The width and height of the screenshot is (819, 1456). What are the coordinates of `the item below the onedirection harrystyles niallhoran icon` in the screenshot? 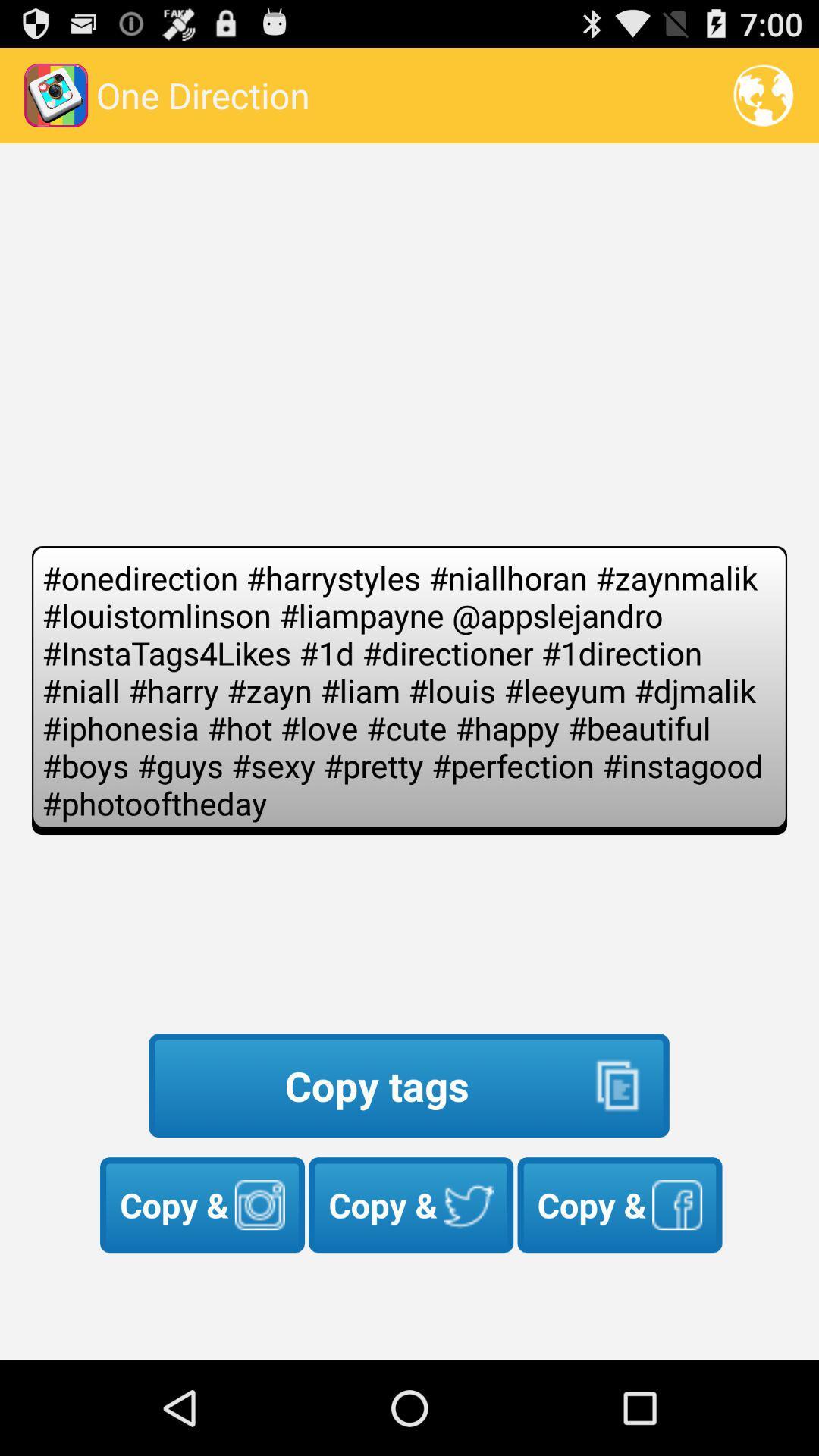 It's located at (408, 1084).